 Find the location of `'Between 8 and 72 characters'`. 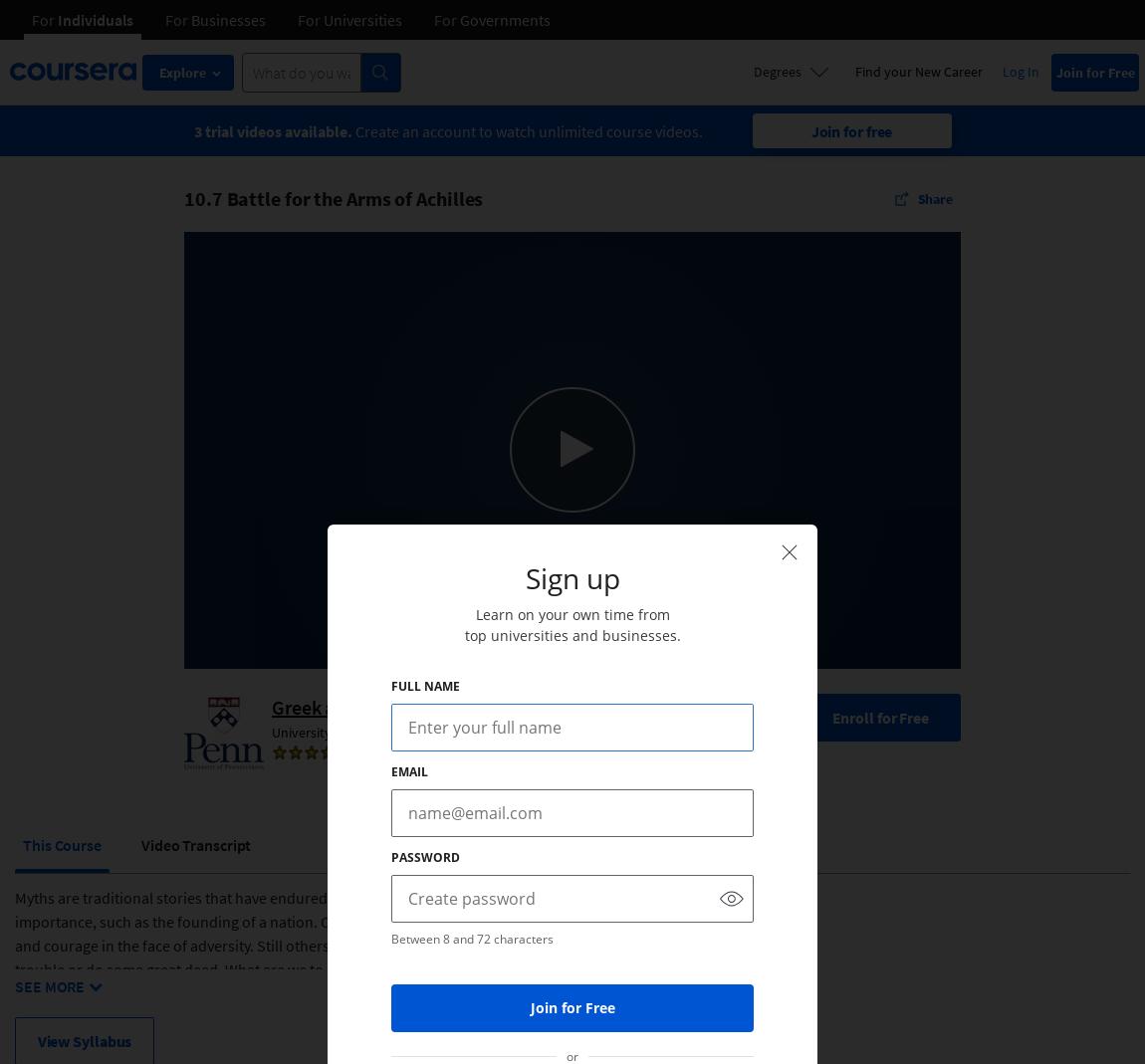

'Between 8 and 72 characters' is located at coordinates (472, 938).